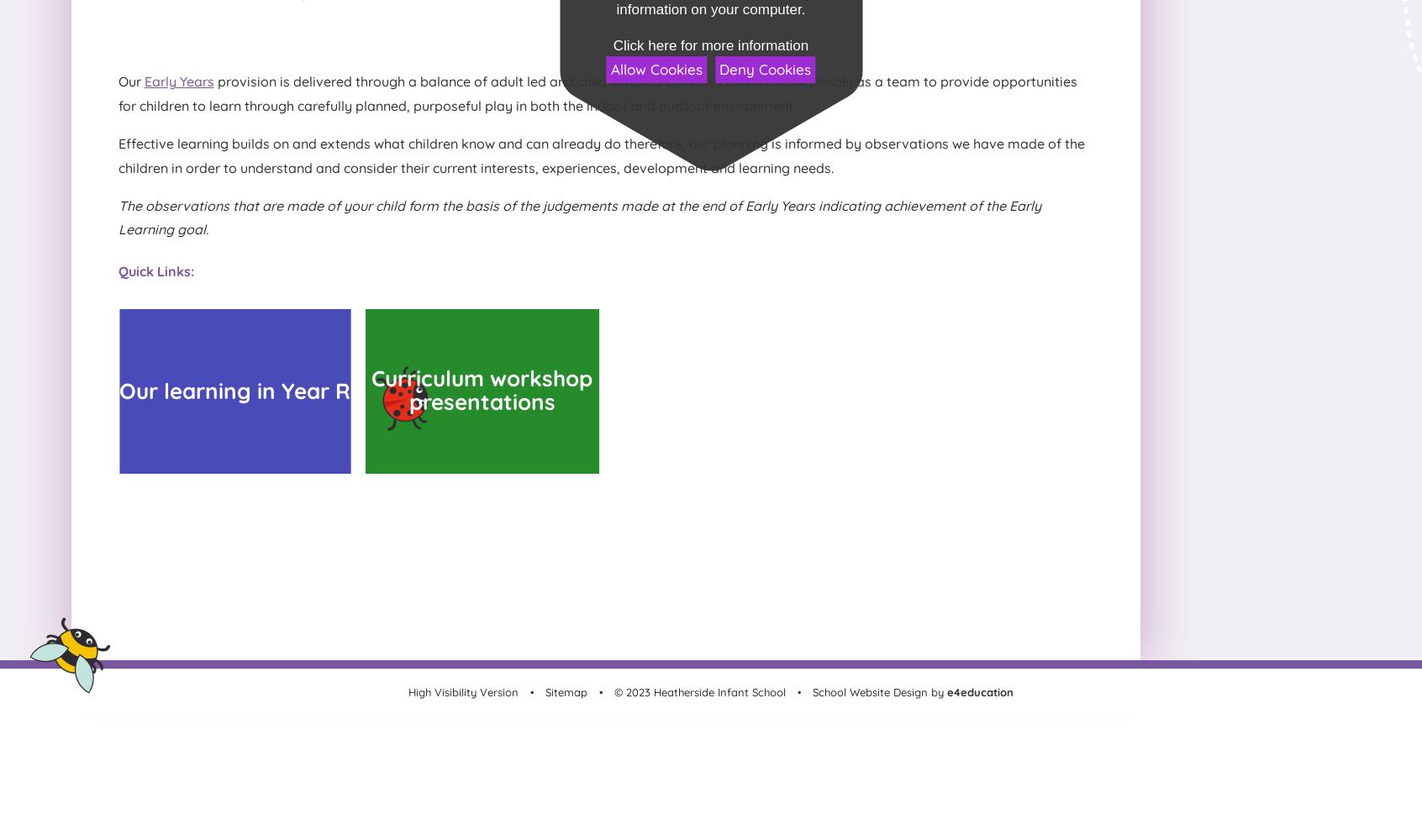 The height and width of the screenshot is (840, 1422). I want to click on 'e4education', so click(979, 690).